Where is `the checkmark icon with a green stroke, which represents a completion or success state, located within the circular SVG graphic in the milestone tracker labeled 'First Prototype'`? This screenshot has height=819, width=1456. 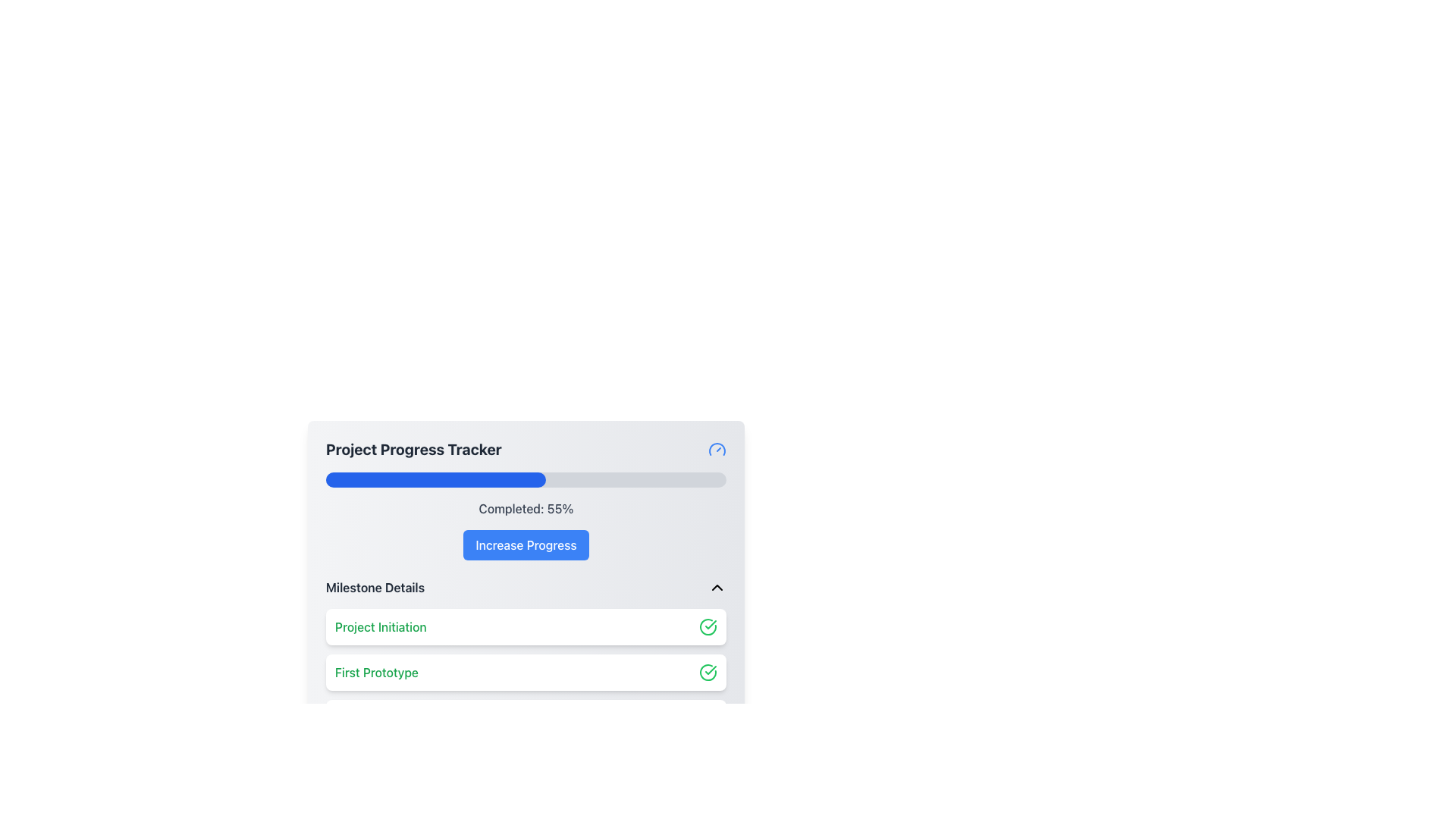 the checkmark icon with a green stroke, which represents a completion or success state, located within the circular SVG graphic in the milestone tracker labeled 'First Prototype' is located at coordinates (710, 625).